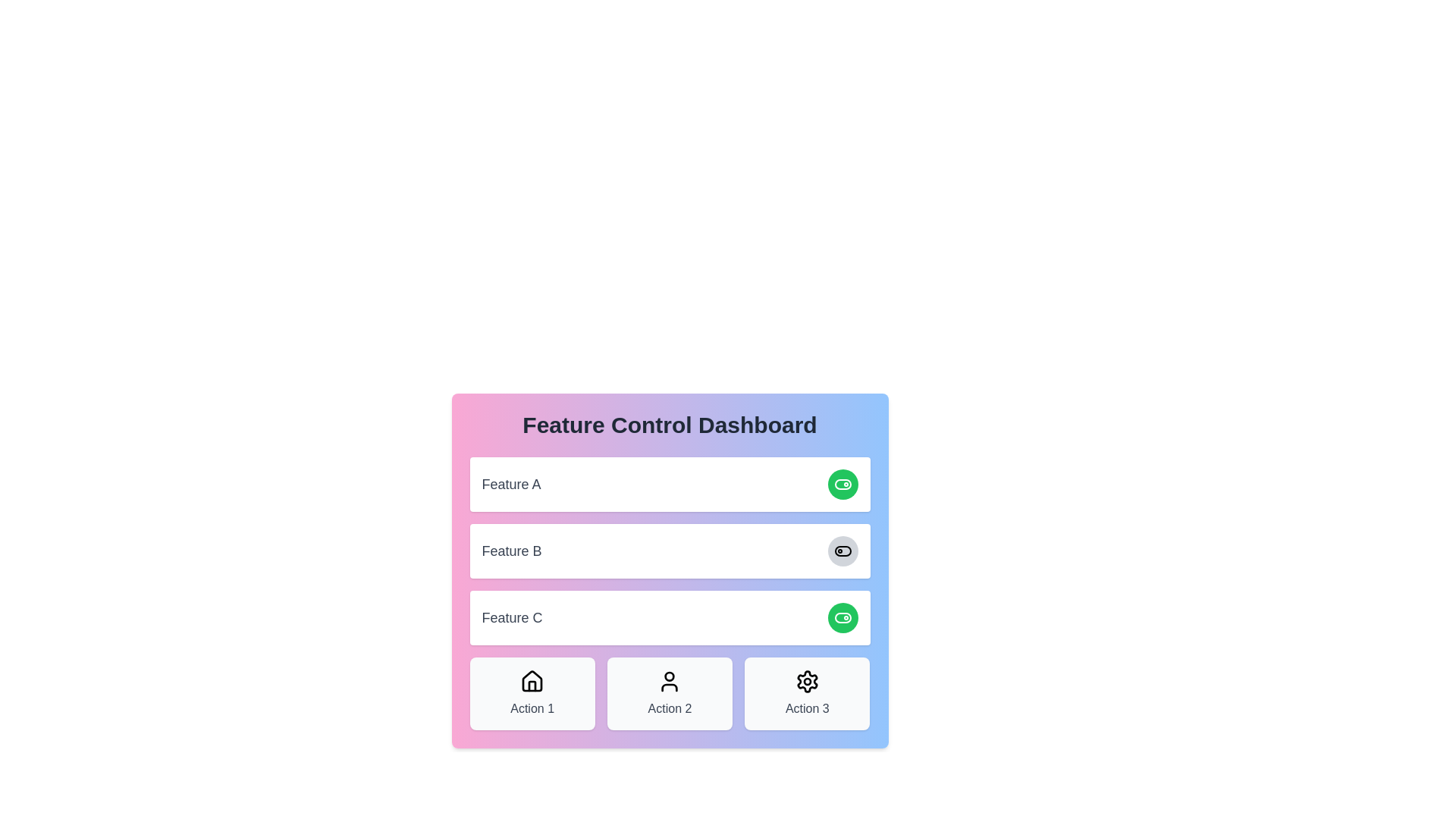 This screenshot has height=819, width=1456. I want to click on the toggle switch for 'Feature C' to change its state, so click(842, 617).